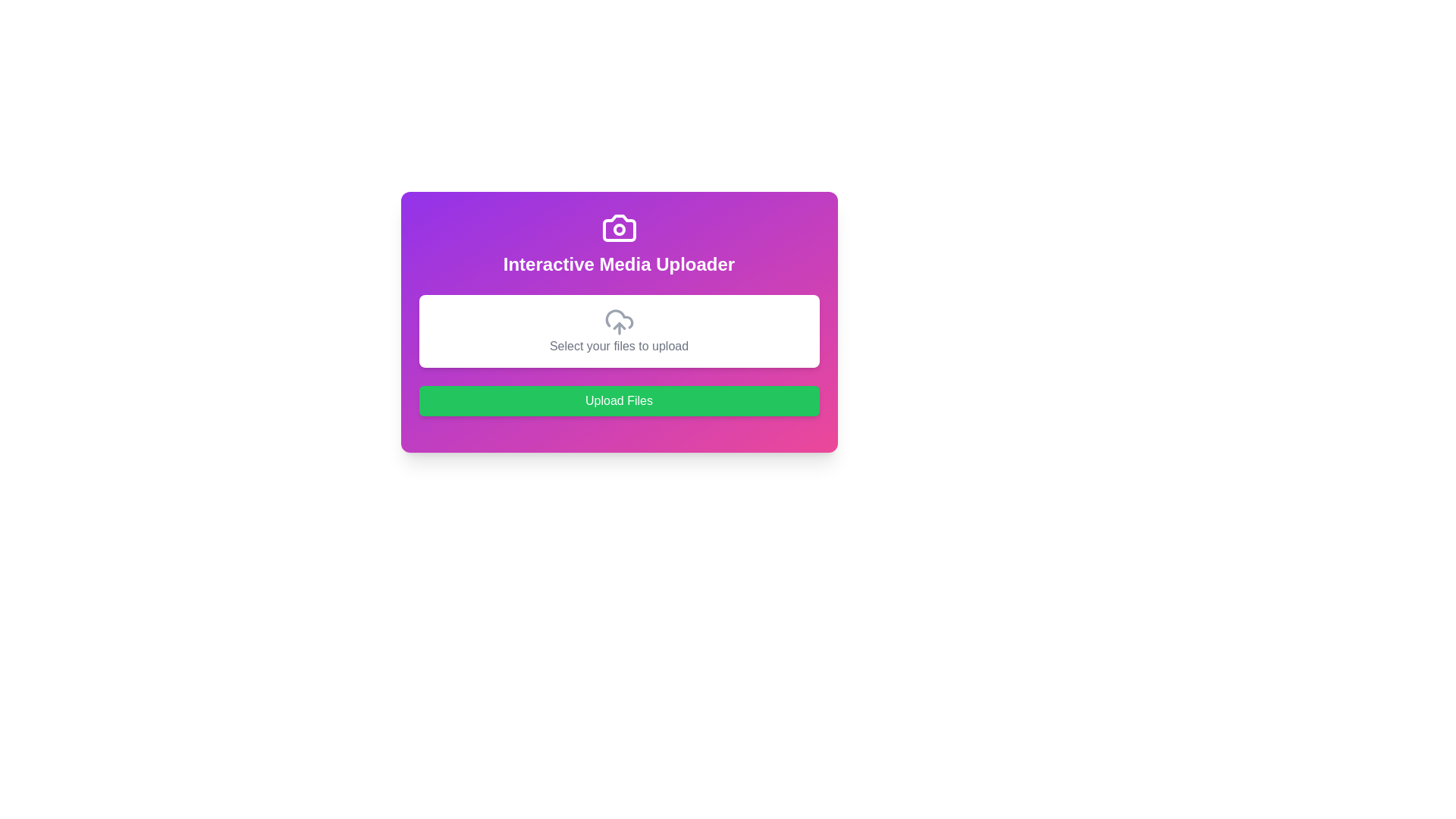 Image resolution: width=1456 pixels, height=819 pixels. Describe the element at coordinates (619, 318) in the screenshot. I see `the cloud upload icon, which is the middle part of a three-component icon assembly in the interactive media uploader layout` at that location.